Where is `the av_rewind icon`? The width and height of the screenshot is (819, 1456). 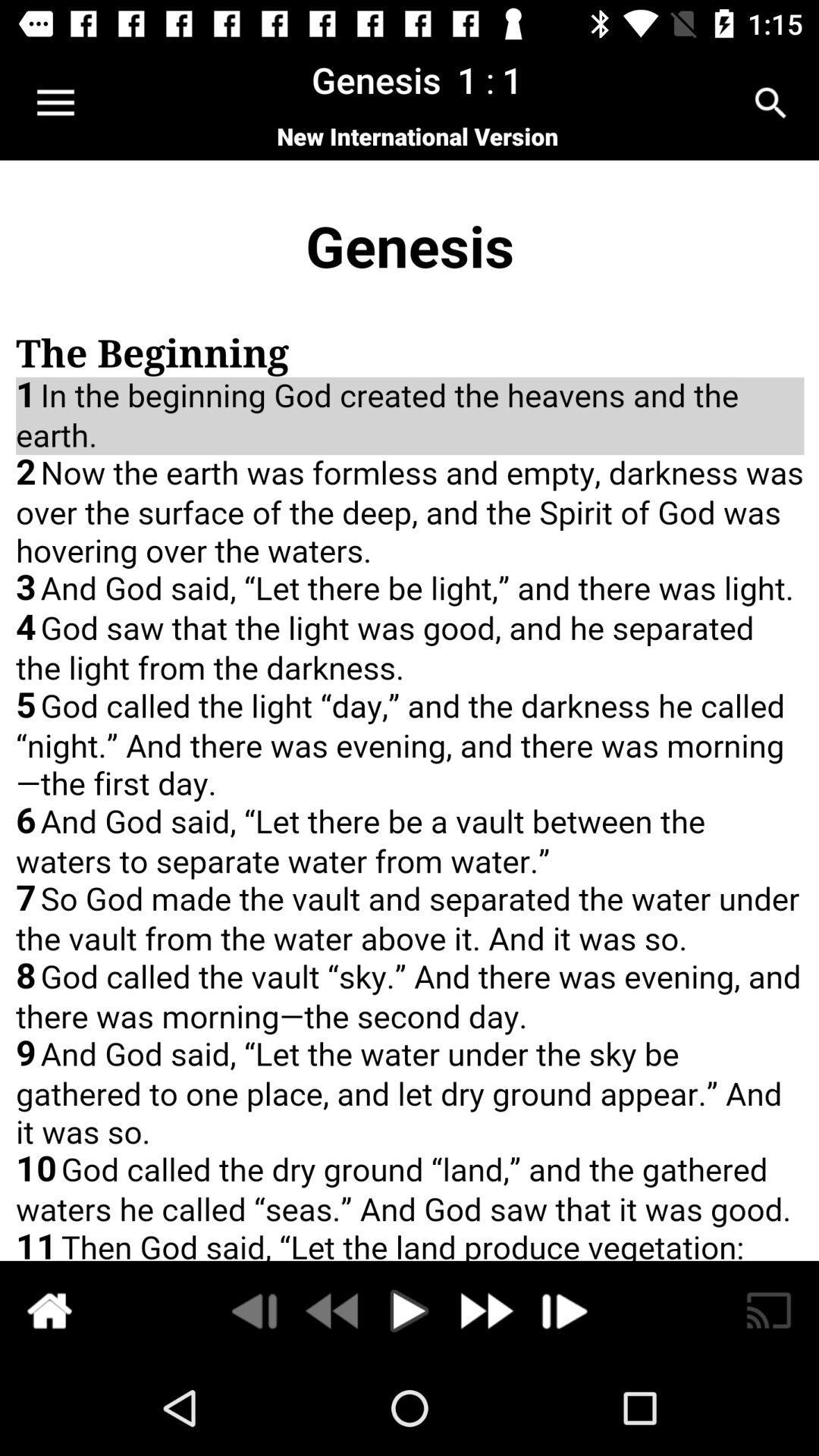
the av_rewind icon is located at coordinates (333, 1310).